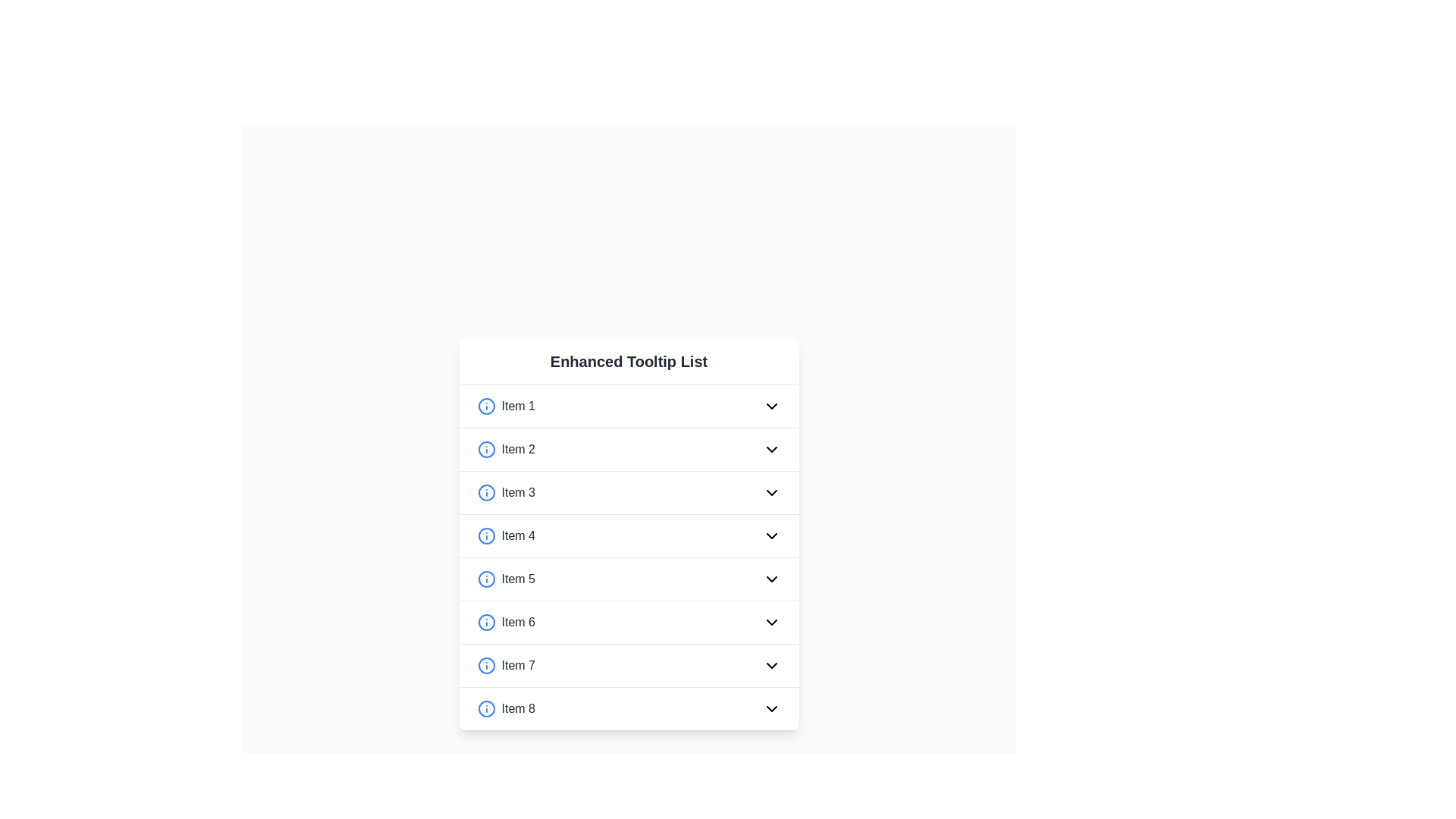 This screenshot has height=819, width=1456. Describe the element at coordinates (518, 449) in the screenshot. I see `the static text label that serves as the label for the second item in the 'Enhanced Tooltip List', located between a blue info icon and an arrow icon` at that location.